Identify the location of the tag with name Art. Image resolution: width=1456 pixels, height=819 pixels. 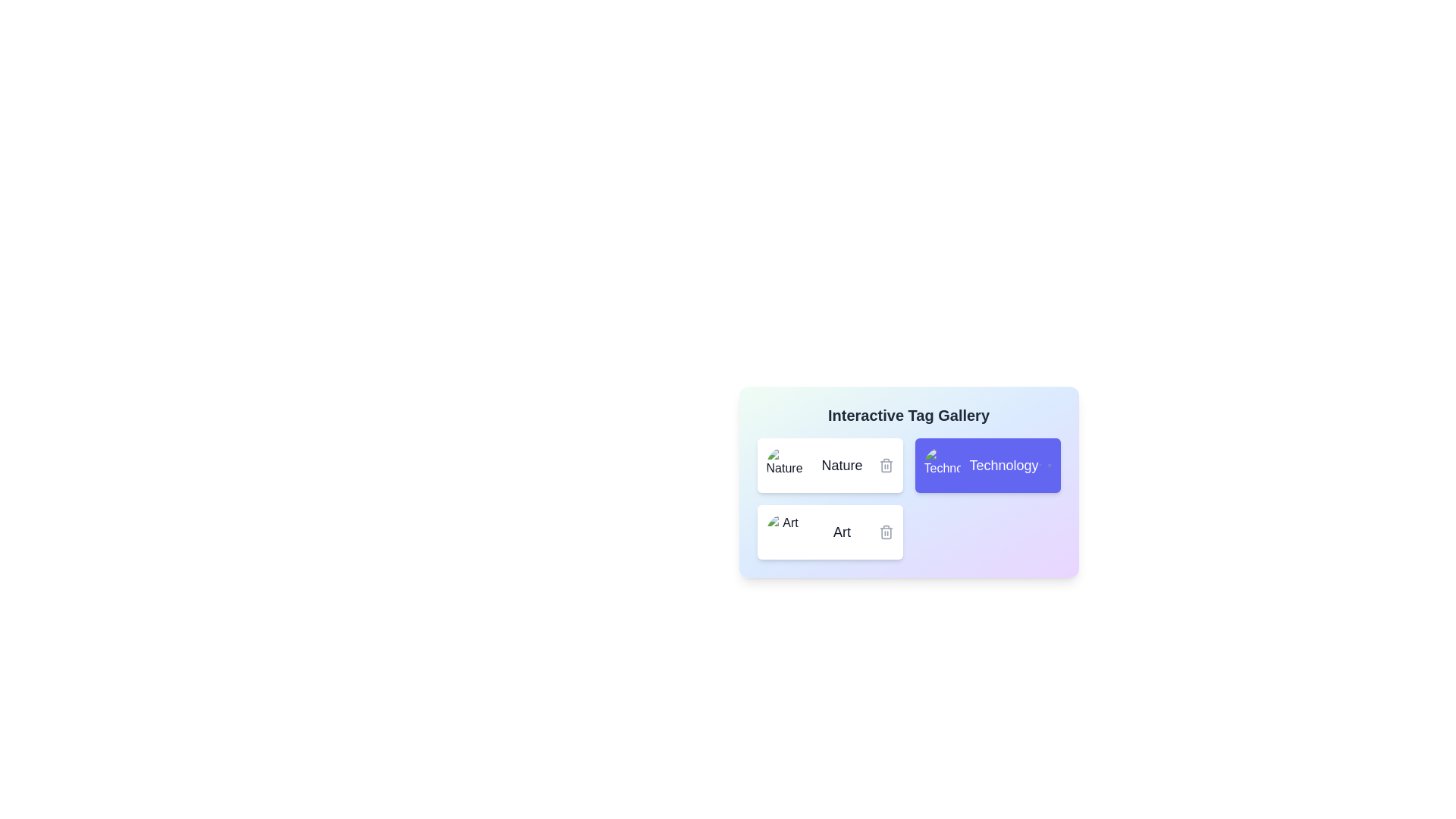
(829, 532).